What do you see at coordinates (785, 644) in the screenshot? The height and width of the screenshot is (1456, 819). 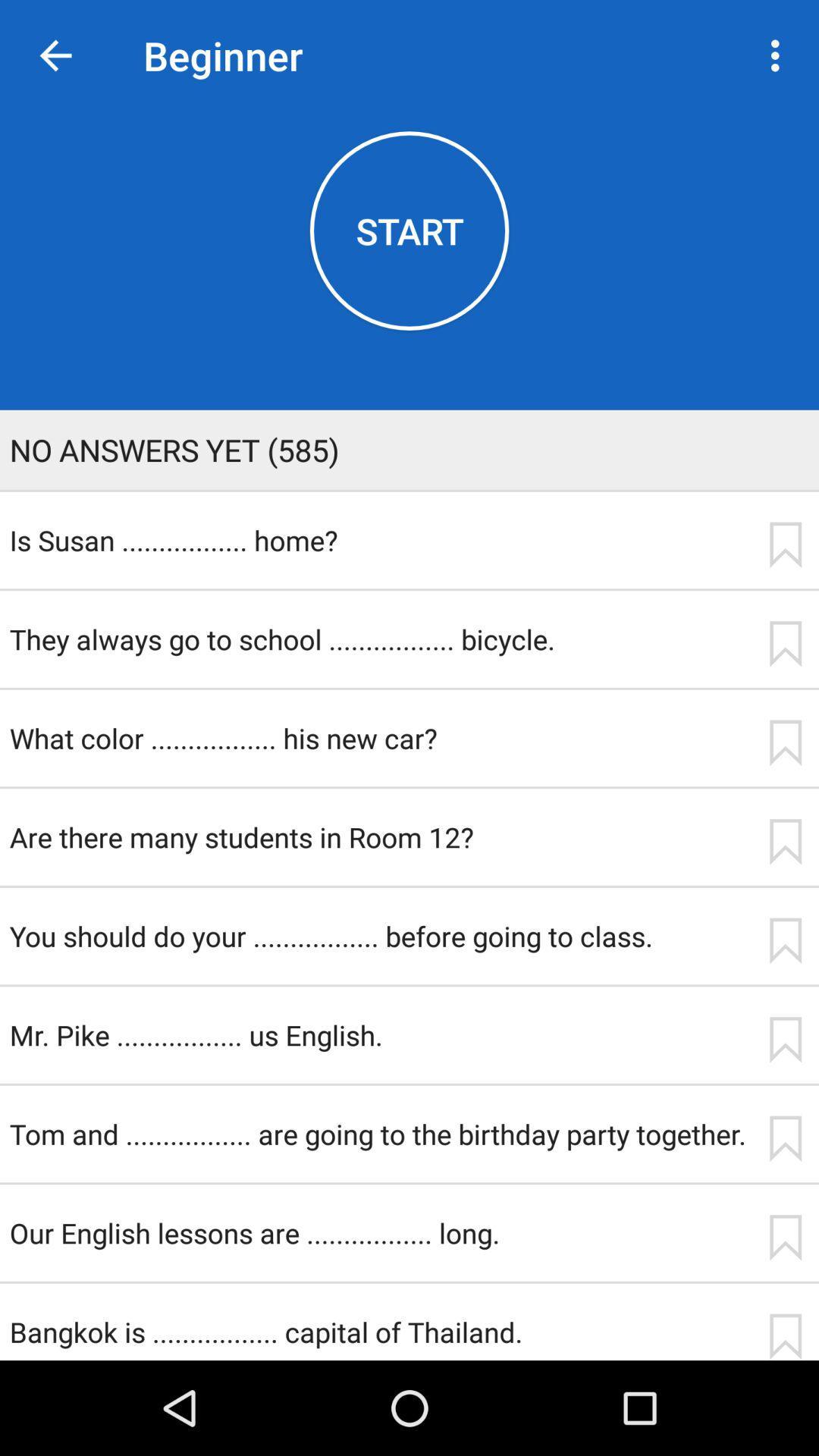 I see `app next to the they always go icon` at bounding box center [785, 644].